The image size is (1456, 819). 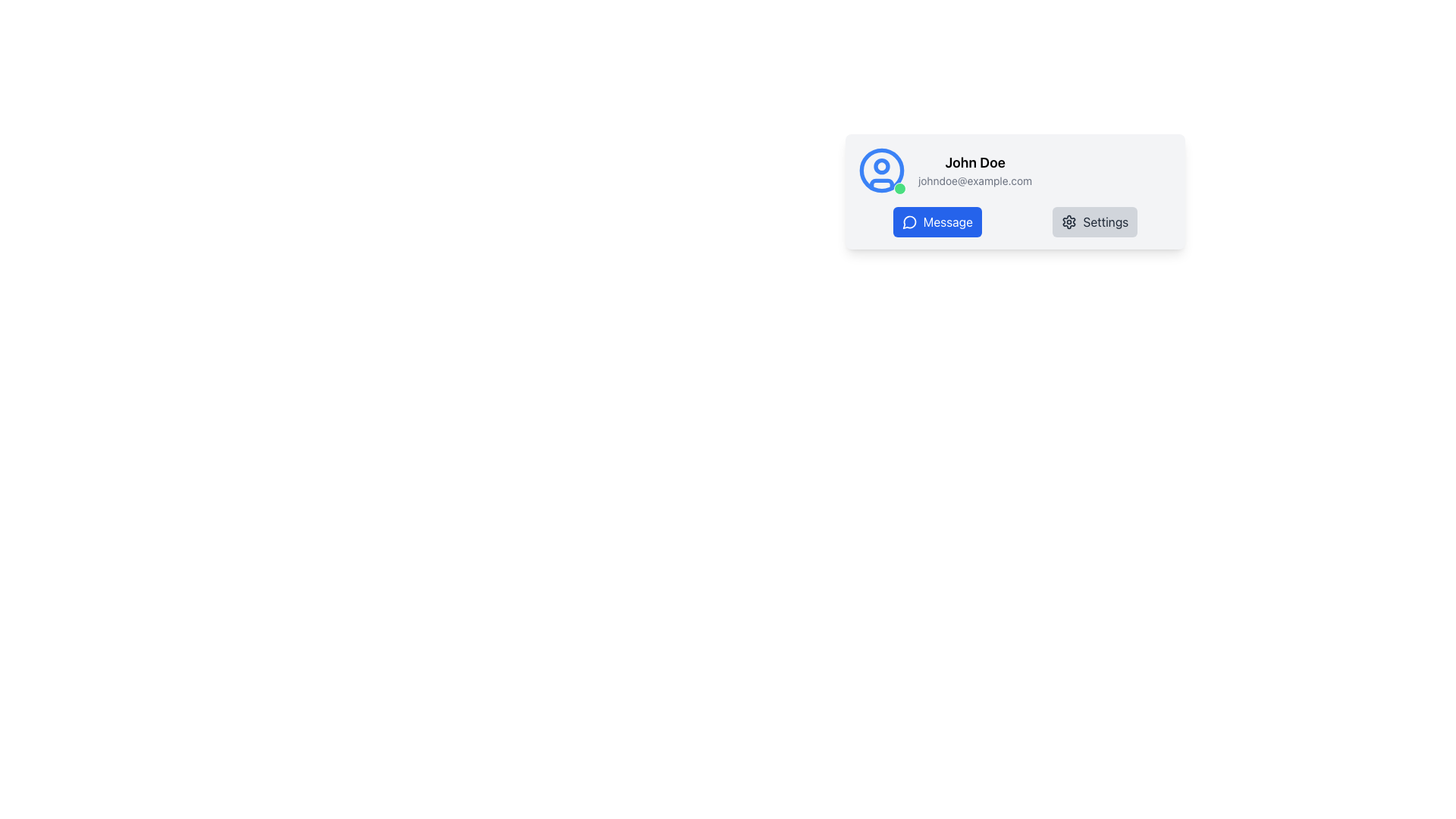 What do you see at coordinates (881, 166) in the screenshot?
I see `the small circular profile representation located at the top center of the larger circular icon in the interface header` at bounding box center [881, 166].